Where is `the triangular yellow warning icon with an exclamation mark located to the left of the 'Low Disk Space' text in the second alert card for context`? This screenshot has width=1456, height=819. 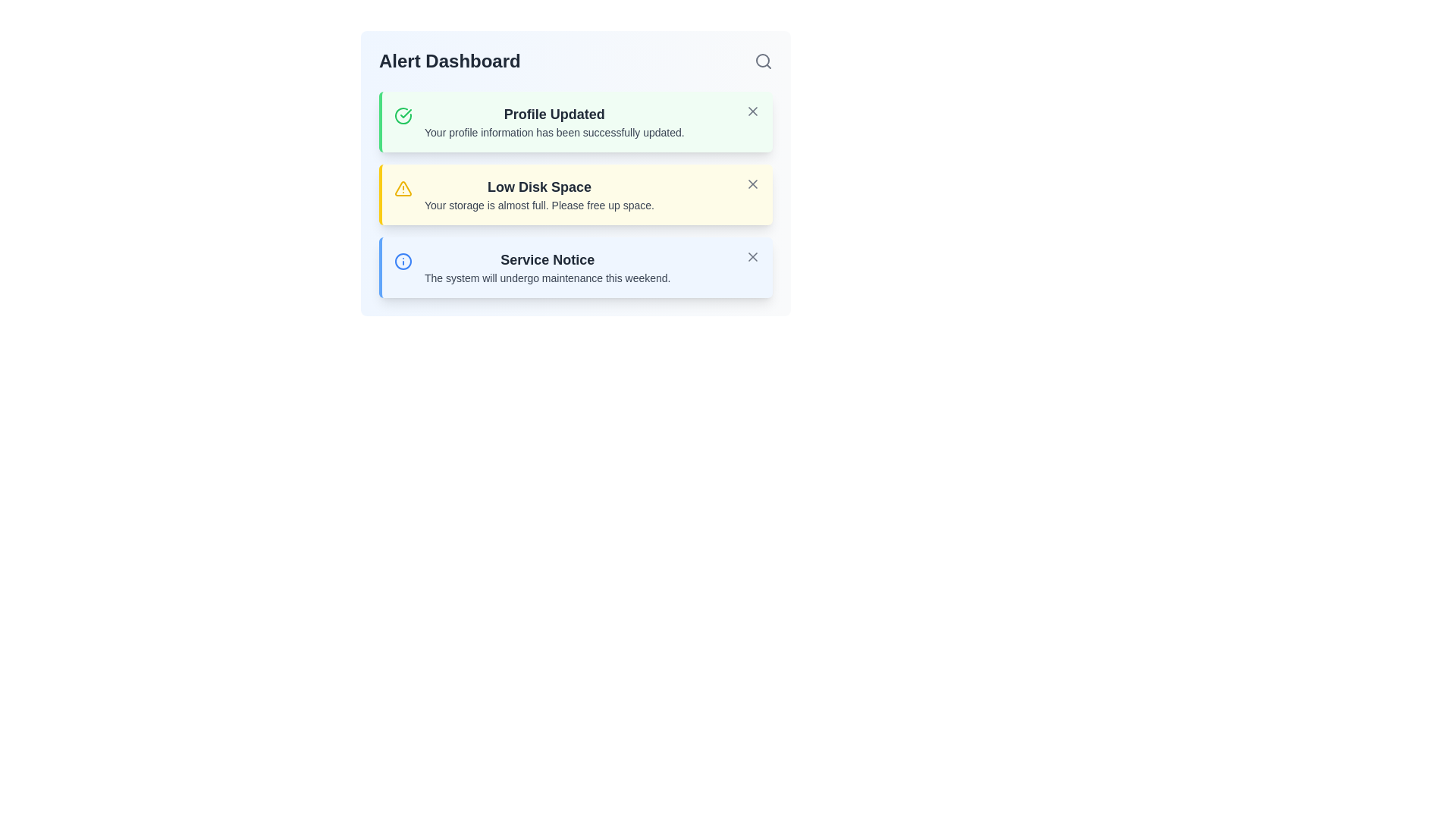
the triangular yellow warning icon with an exclamation mark located to the left of the 'Low Disk Space' text in the second alert card for context is located at coordinates (403, 188).